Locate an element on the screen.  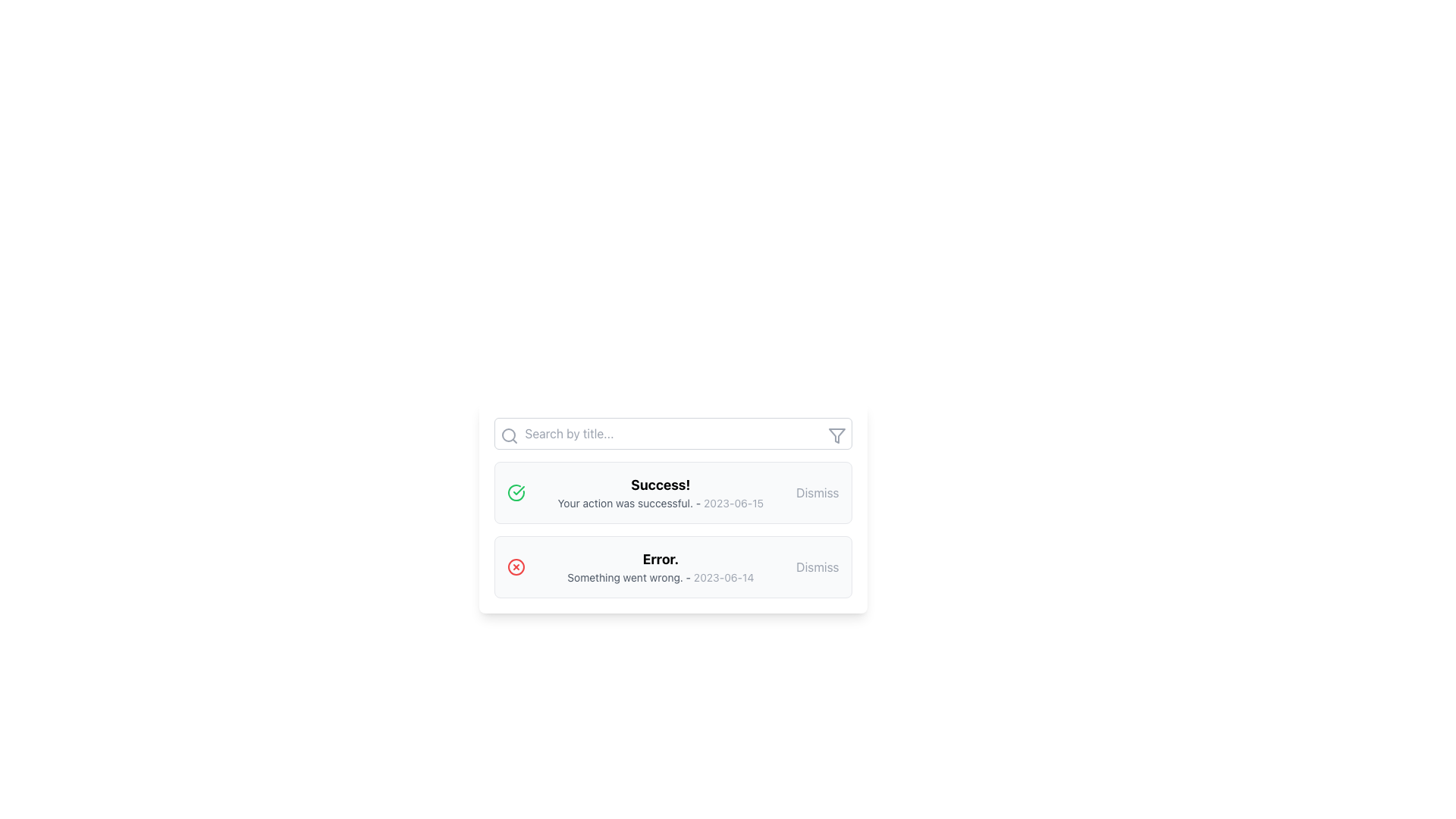
the status message text that provides feedback about a successful action, located below 'Success!' and to the left of the 'Dismiss' button, containing the timestamp '2023-06-15' is located at coordinates (661, 503).